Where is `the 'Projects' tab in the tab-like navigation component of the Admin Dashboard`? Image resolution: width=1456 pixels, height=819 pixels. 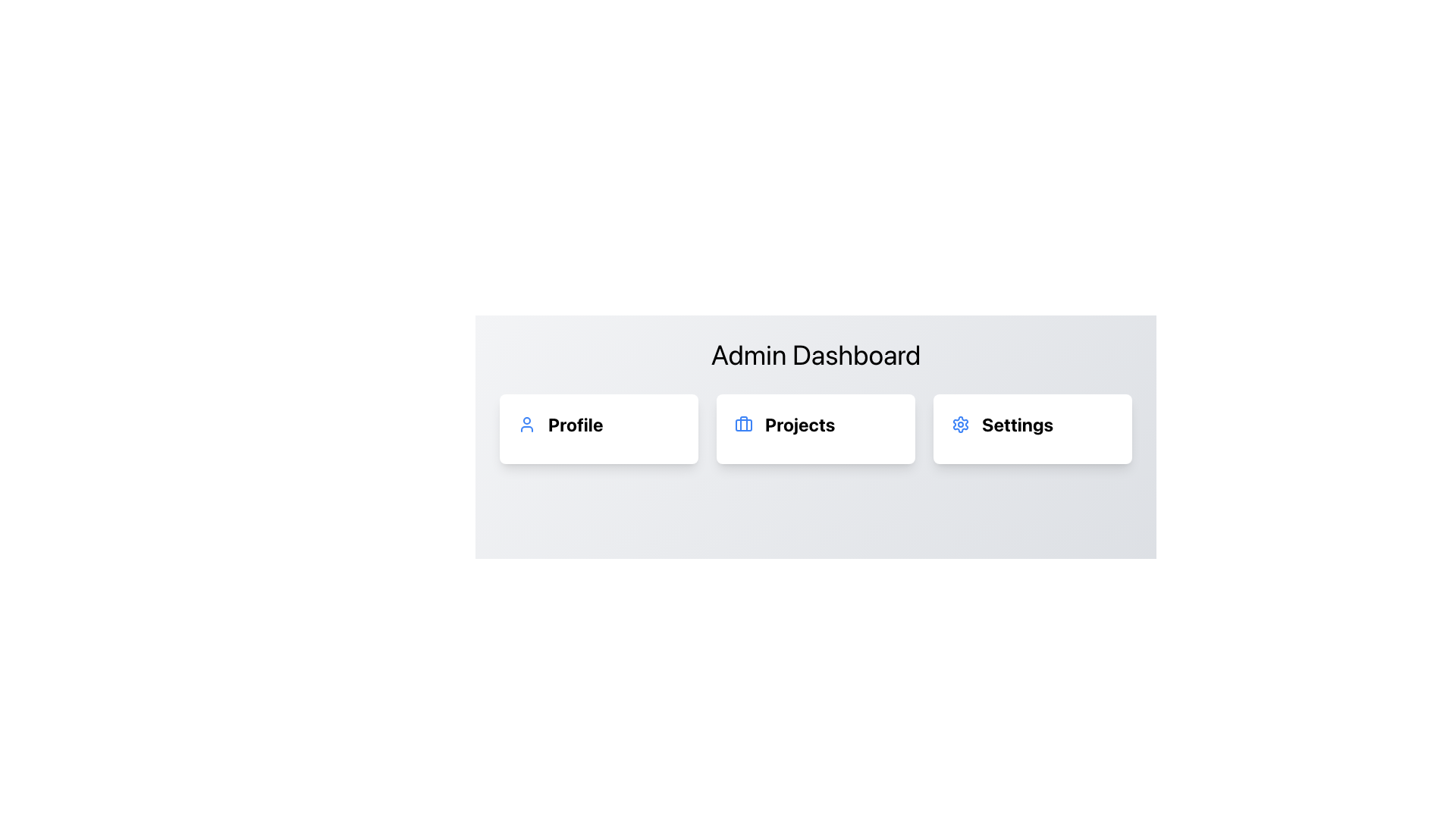
the 'Projects' tab in the tab-like navigation component of the Admin Dashboard is located at coordinates (814, 429).